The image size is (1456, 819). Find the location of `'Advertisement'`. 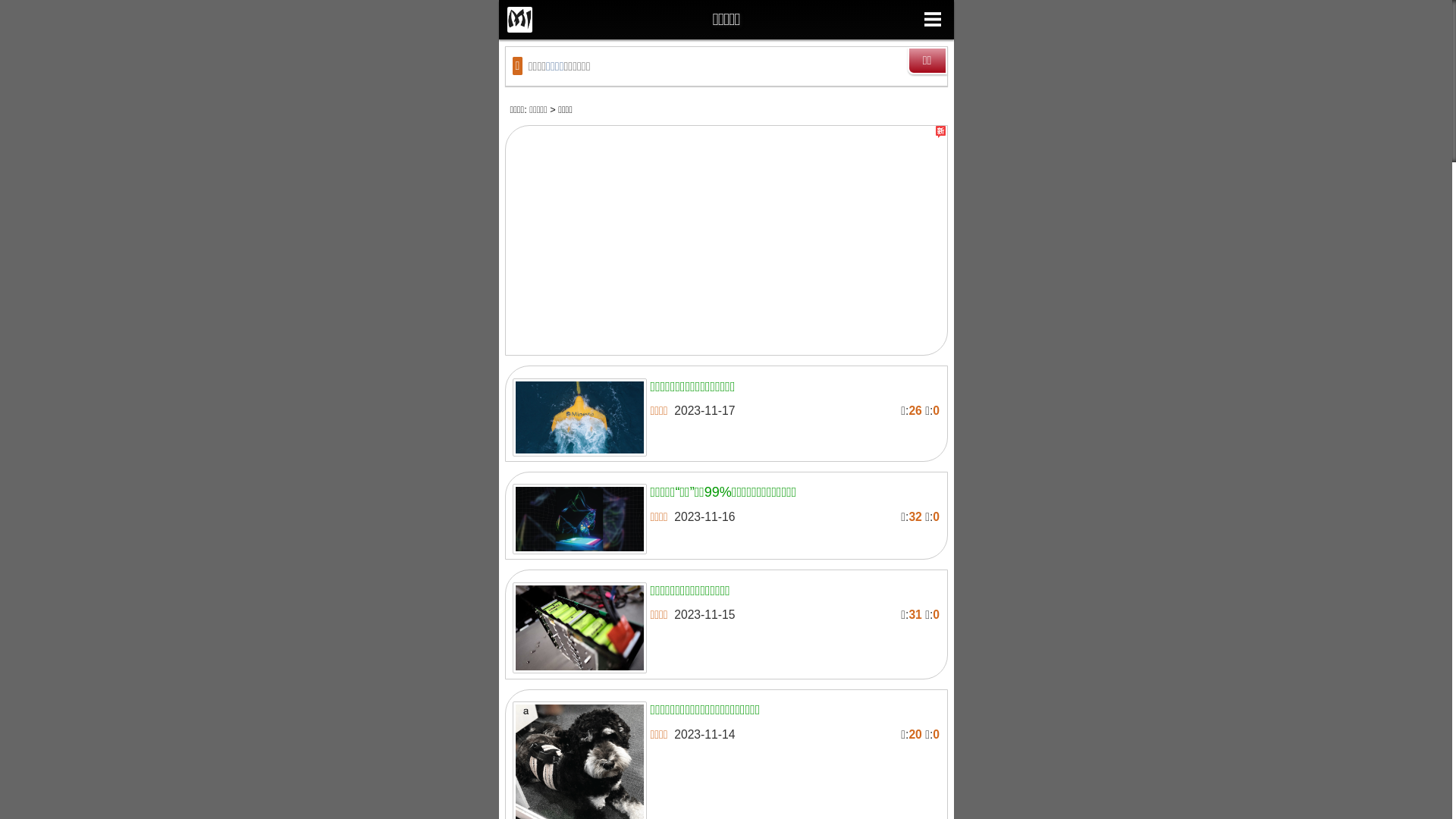

'Advertisement' is located at coordinates (725, 243).